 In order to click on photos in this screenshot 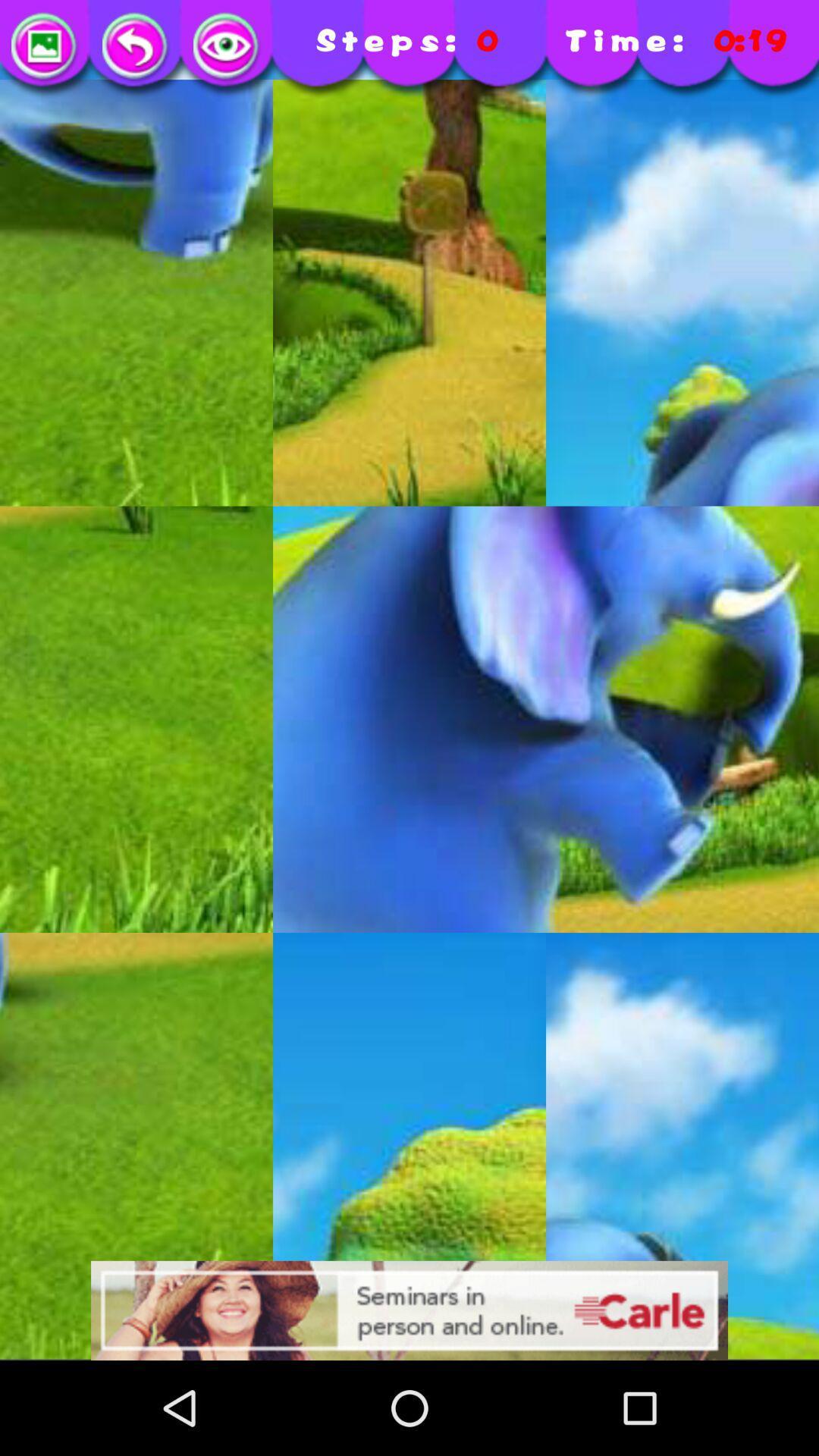, I will do `click(45, 47)`.